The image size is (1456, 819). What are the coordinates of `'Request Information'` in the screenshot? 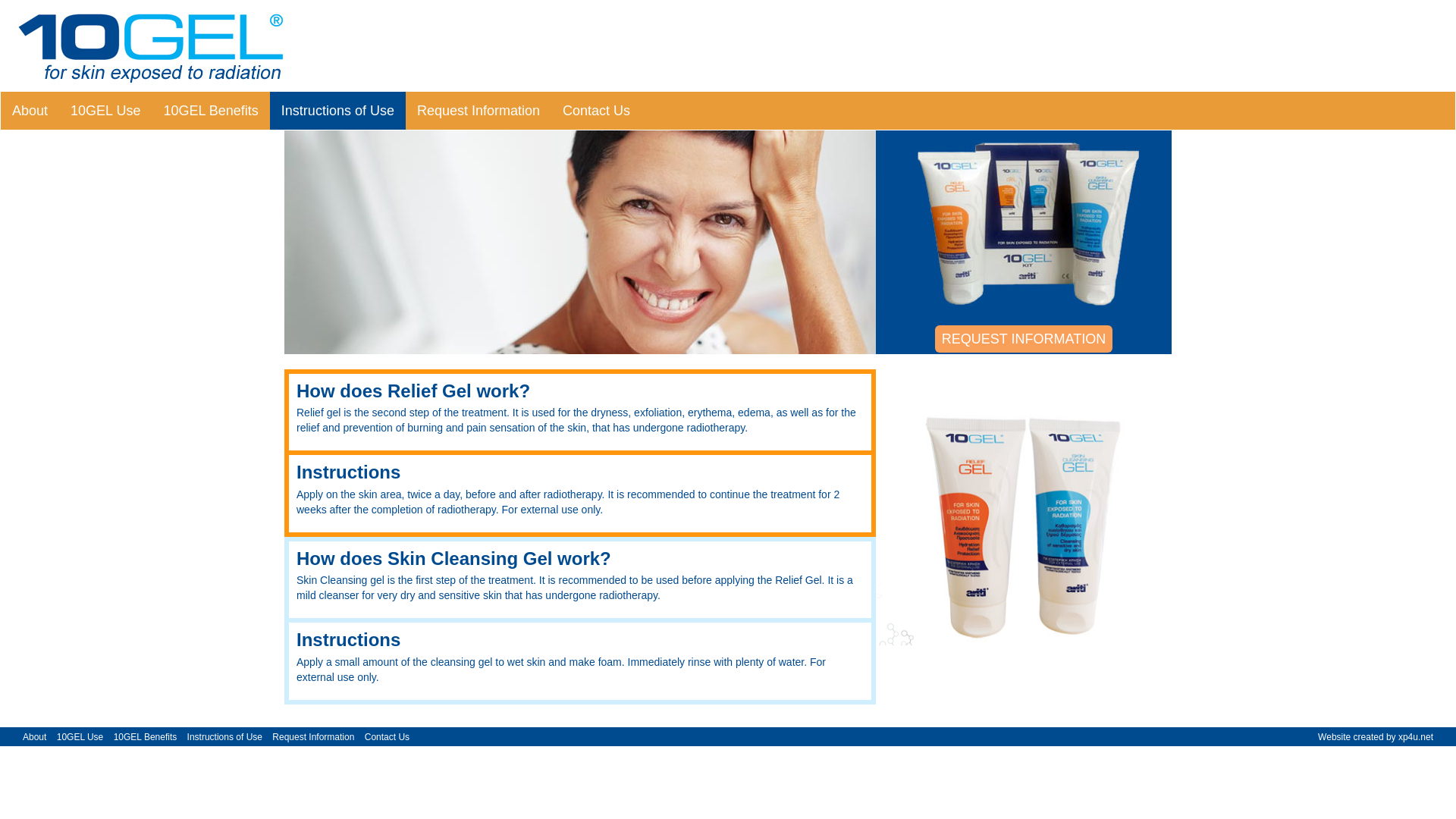 It's located at (272, 736).